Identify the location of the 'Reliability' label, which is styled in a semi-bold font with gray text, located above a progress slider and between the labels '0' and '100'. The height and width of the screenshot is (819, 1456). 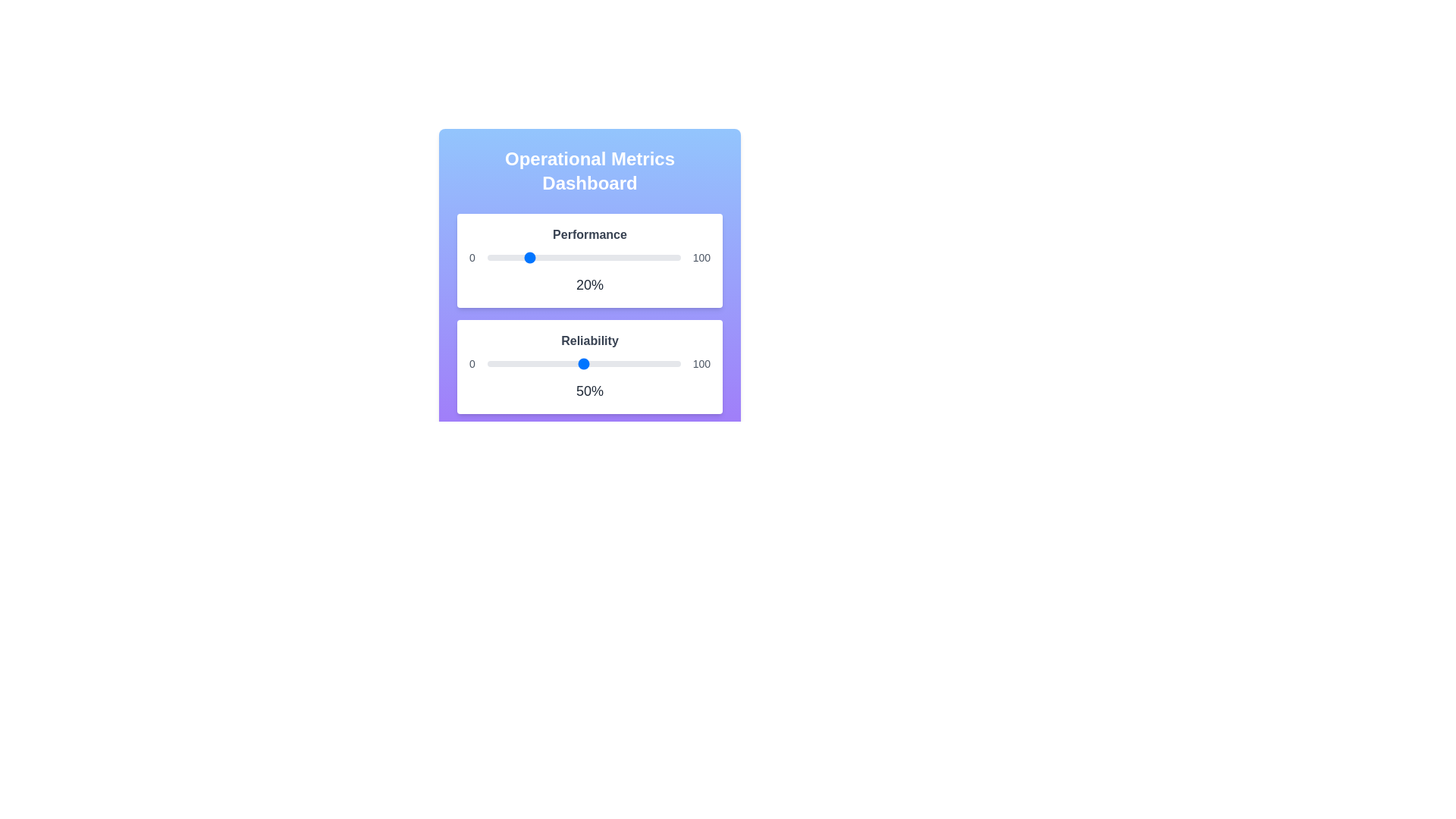
(588, 341).